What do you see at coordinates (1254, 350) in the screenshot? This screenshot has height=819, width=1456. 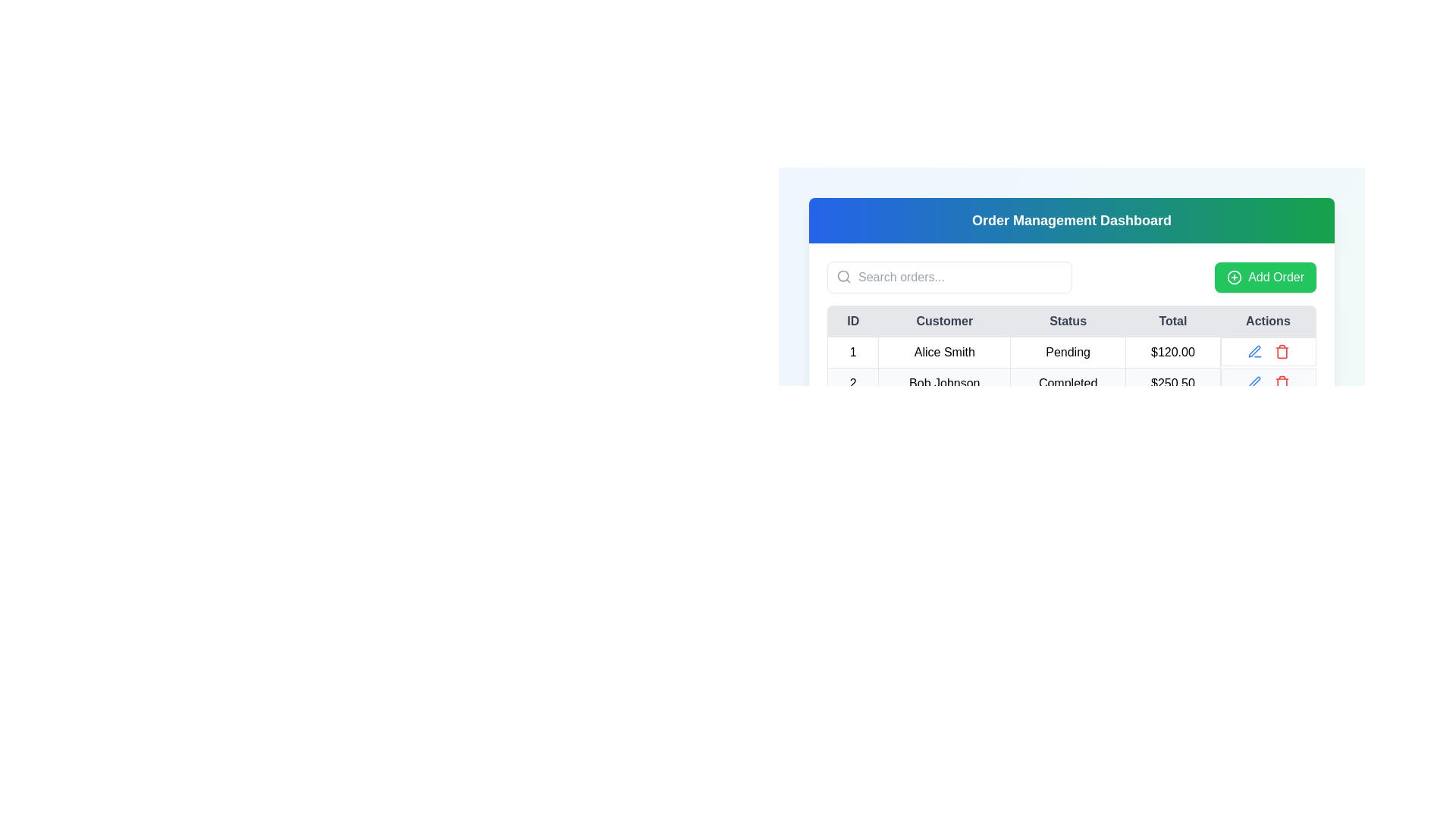 I see `the edit action icon located in the 'Actions' column for the row associated with 'Alice Smith'` at bounding box center [1254, 350].